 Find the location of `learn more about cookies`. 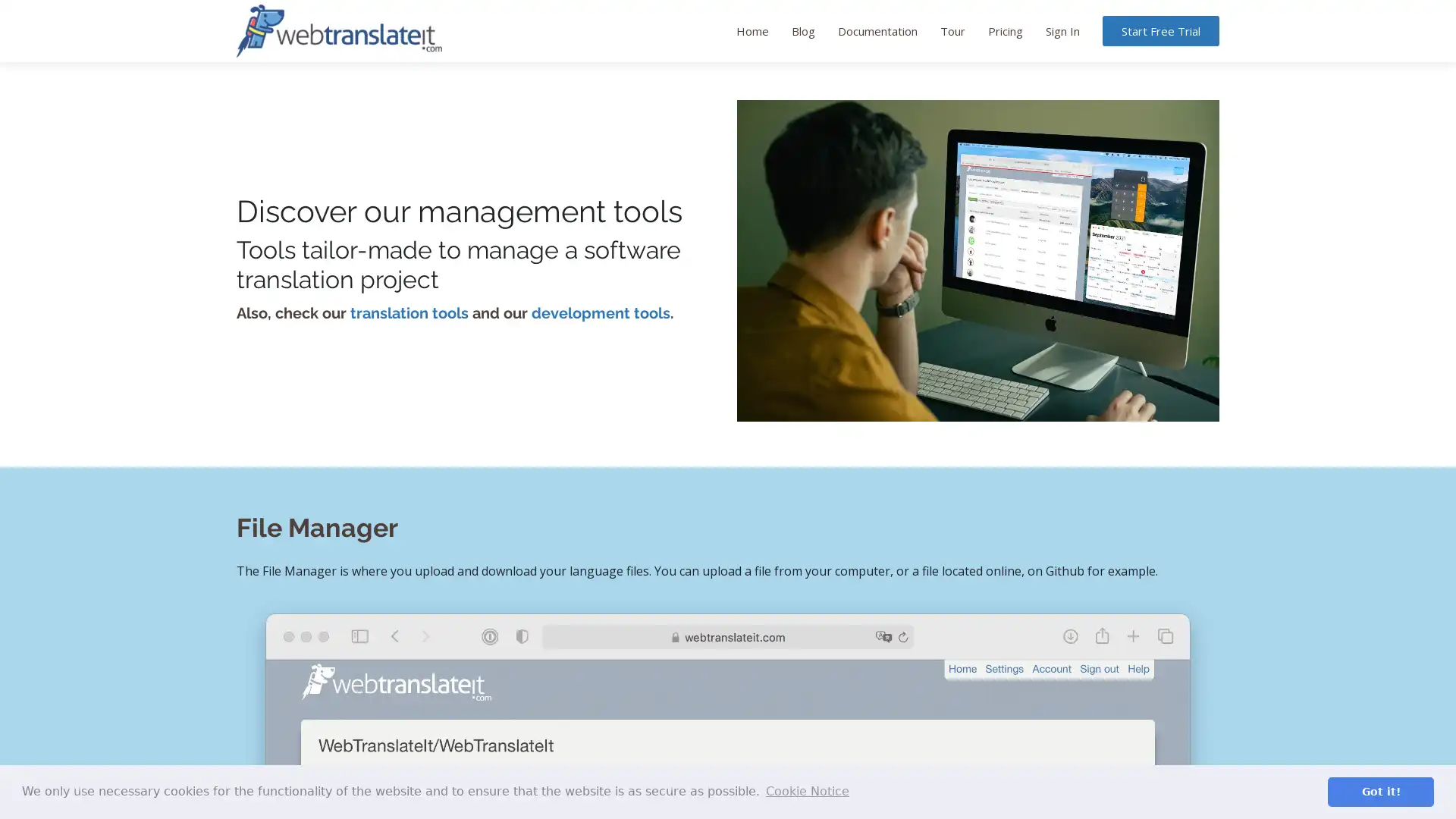

learn more about cookies is located at coordinates (806, 791).